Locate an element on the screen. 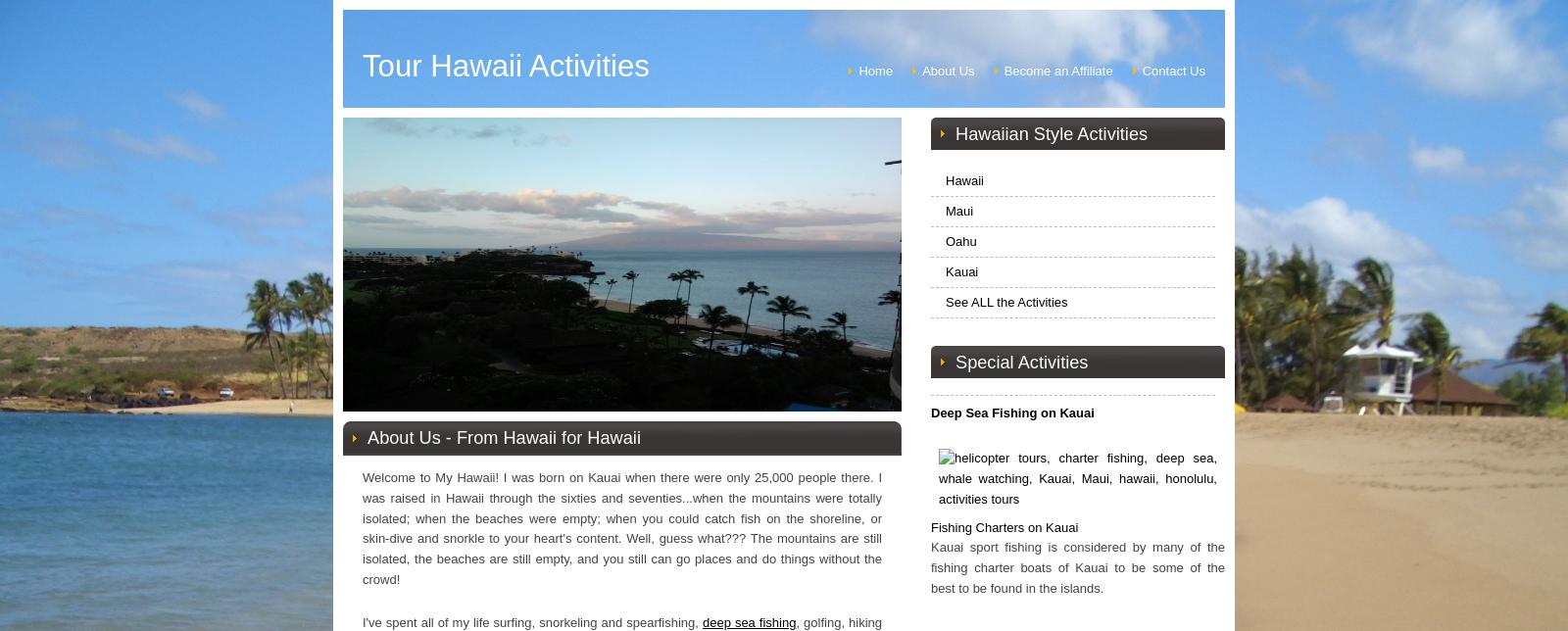  'deep sea fishing' is located at coordinates (749, 622).